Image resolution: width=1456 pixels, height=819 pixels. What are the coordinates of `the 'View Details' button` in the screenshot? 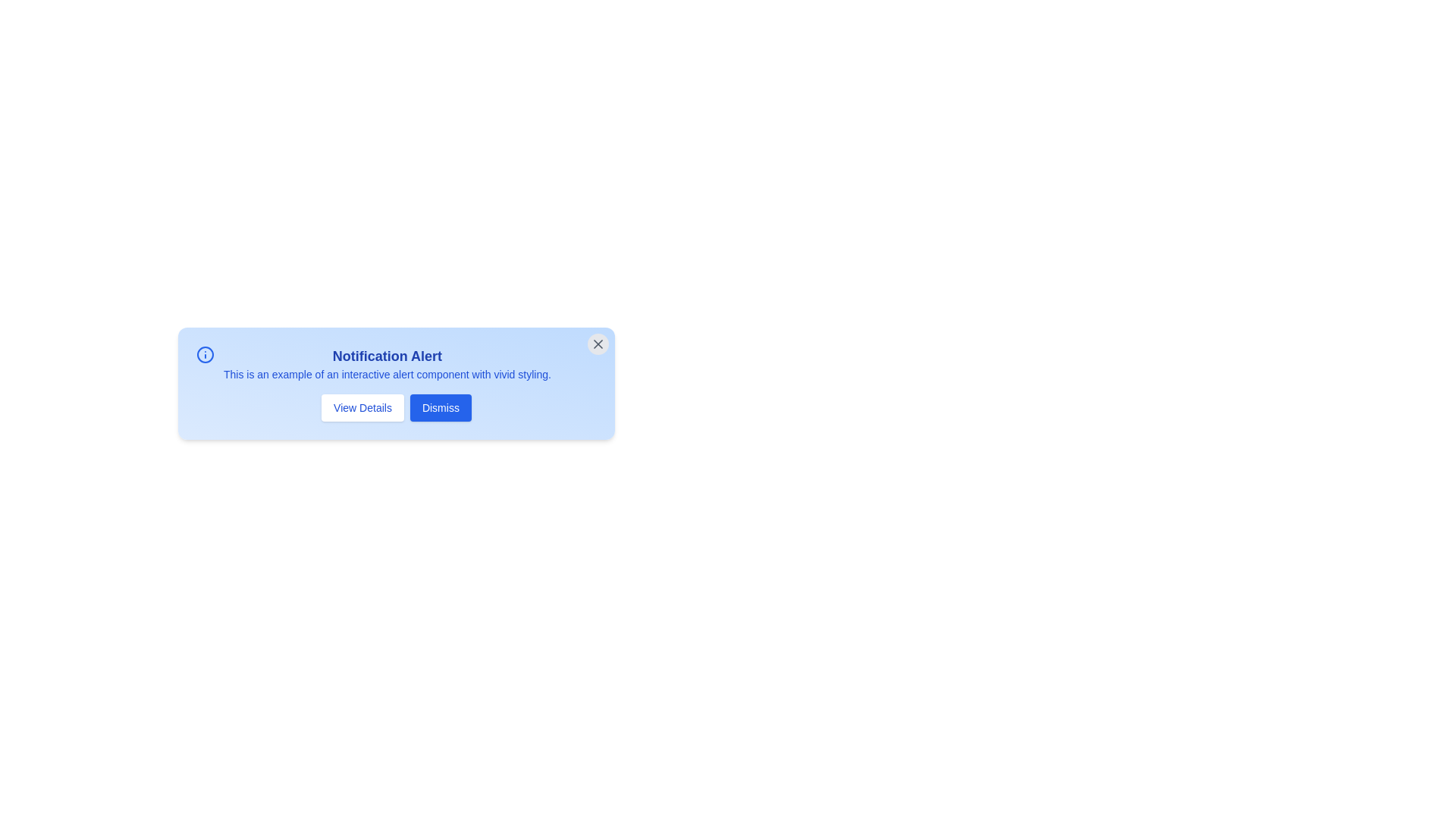 It's located at (362, 406).